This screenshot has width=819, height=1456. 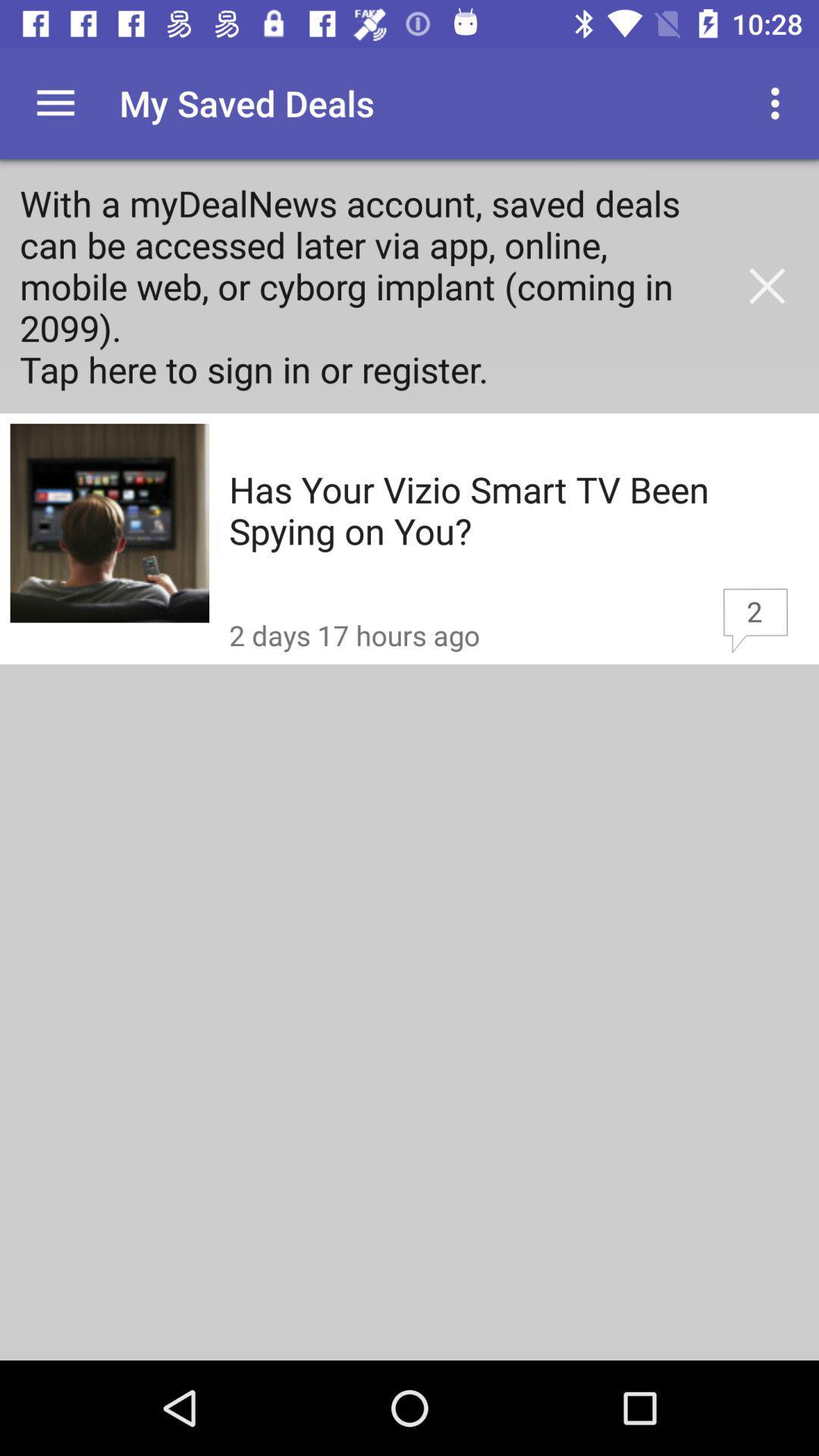 I want to click on exit page, so click(x=767, y=286).